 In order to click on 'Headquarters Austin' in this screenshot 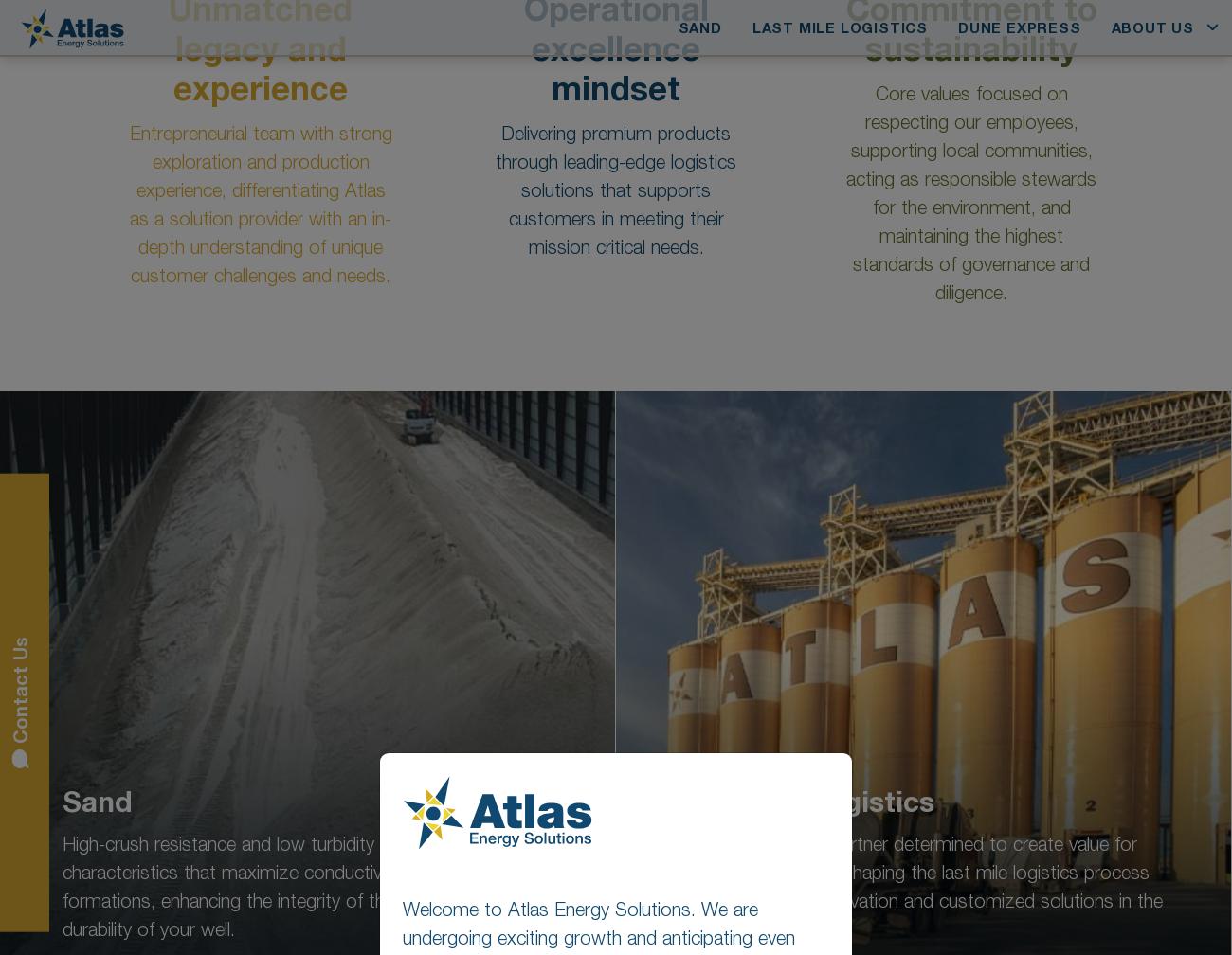, I will do `click(369, 753)`.